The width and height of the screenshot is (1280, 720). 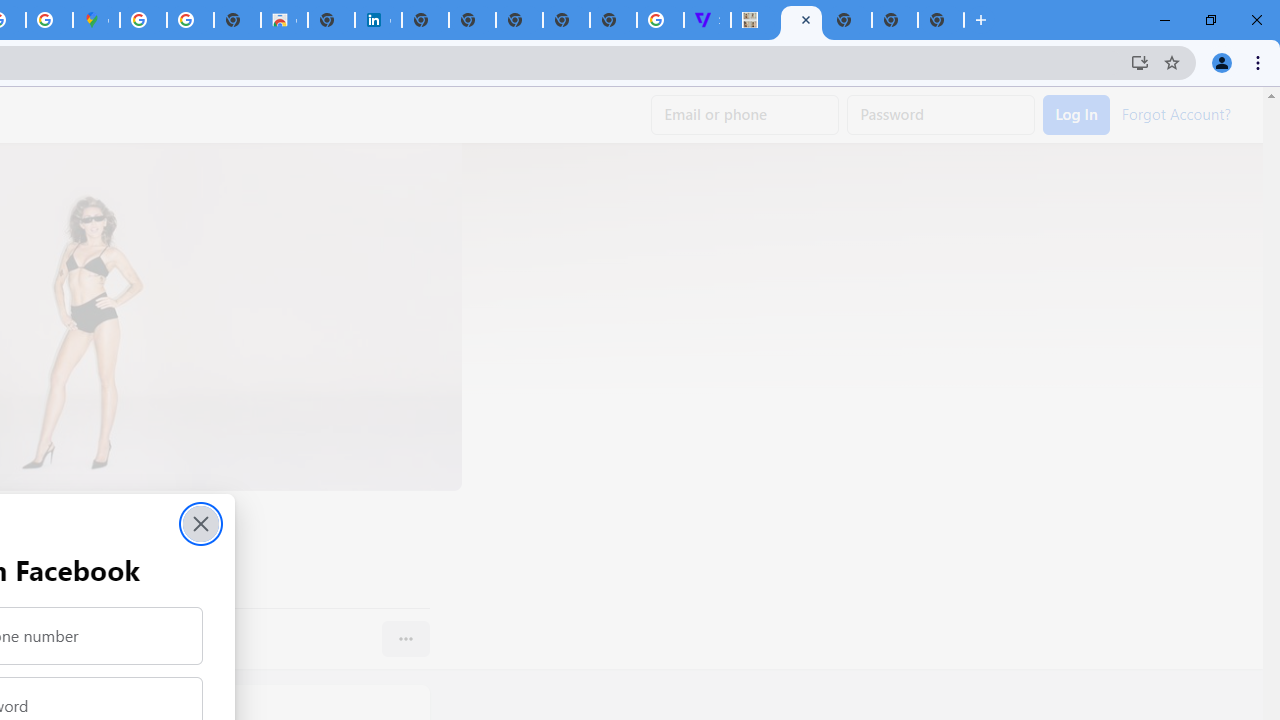 I want to click on 'MILEY CYRUS.', so click(x=753, y=20).